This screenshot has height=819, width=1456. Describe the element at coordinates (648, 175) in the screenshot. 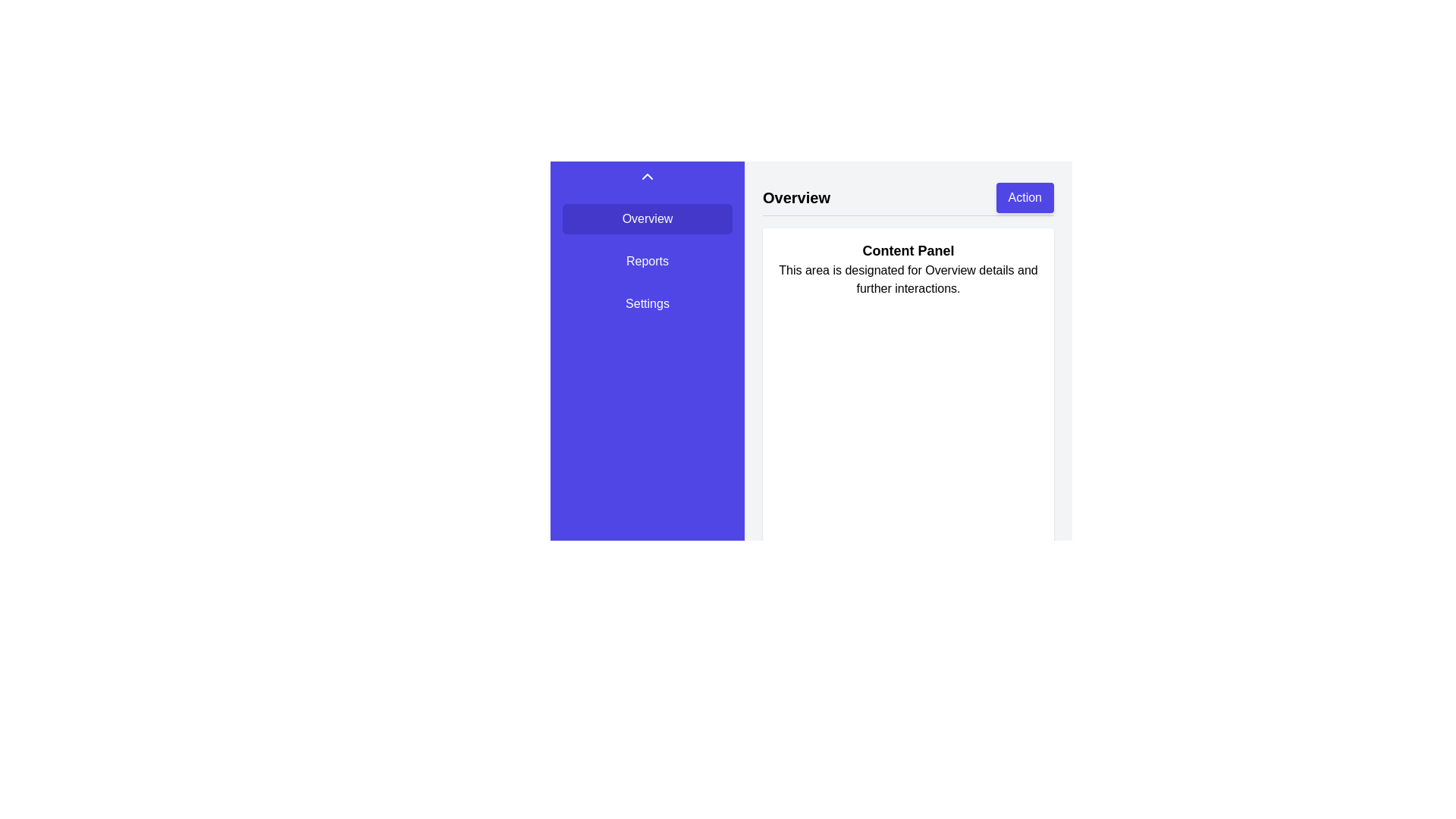

I see `the button at the top of the sidebar menu that has an upward-facing arrow design` at that location.